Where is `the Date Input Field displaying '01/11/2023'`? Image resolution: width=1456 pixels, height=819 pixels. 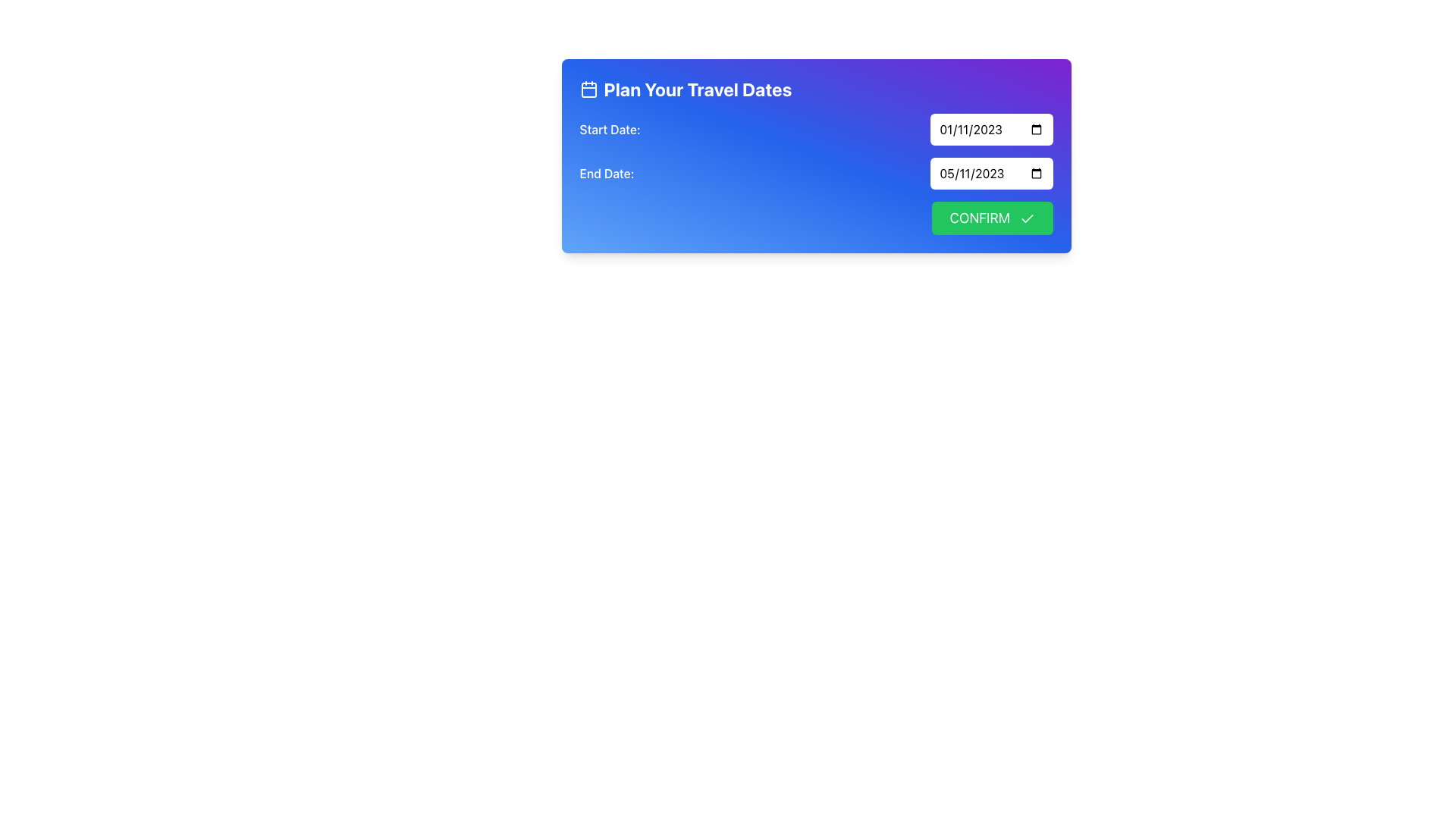
the Date Input Field displaying '01/11/2023' is located at coordinates (991, 128).